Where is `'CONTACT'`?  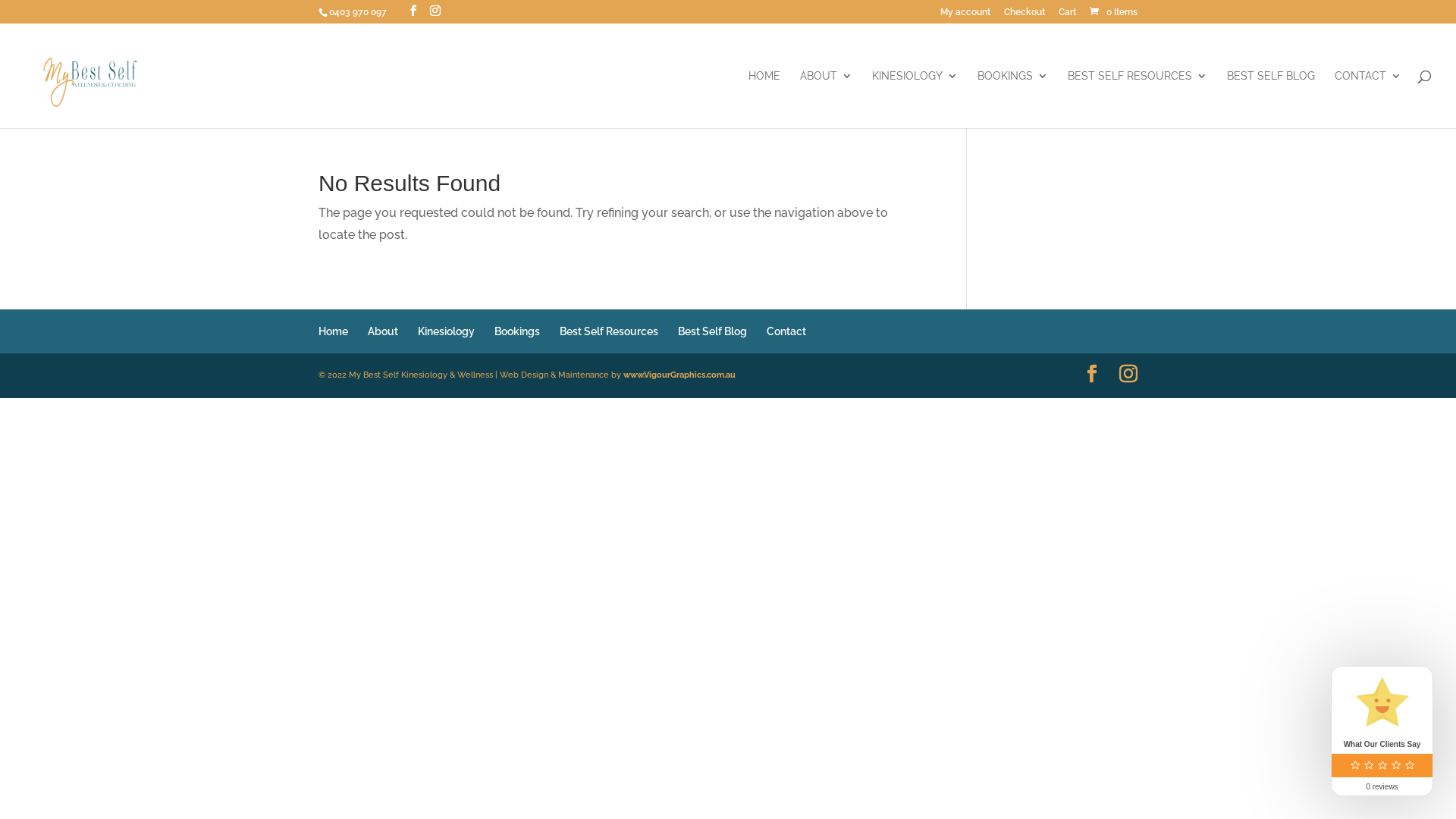
'CONTACT' is located at coordinates (1368, 99).